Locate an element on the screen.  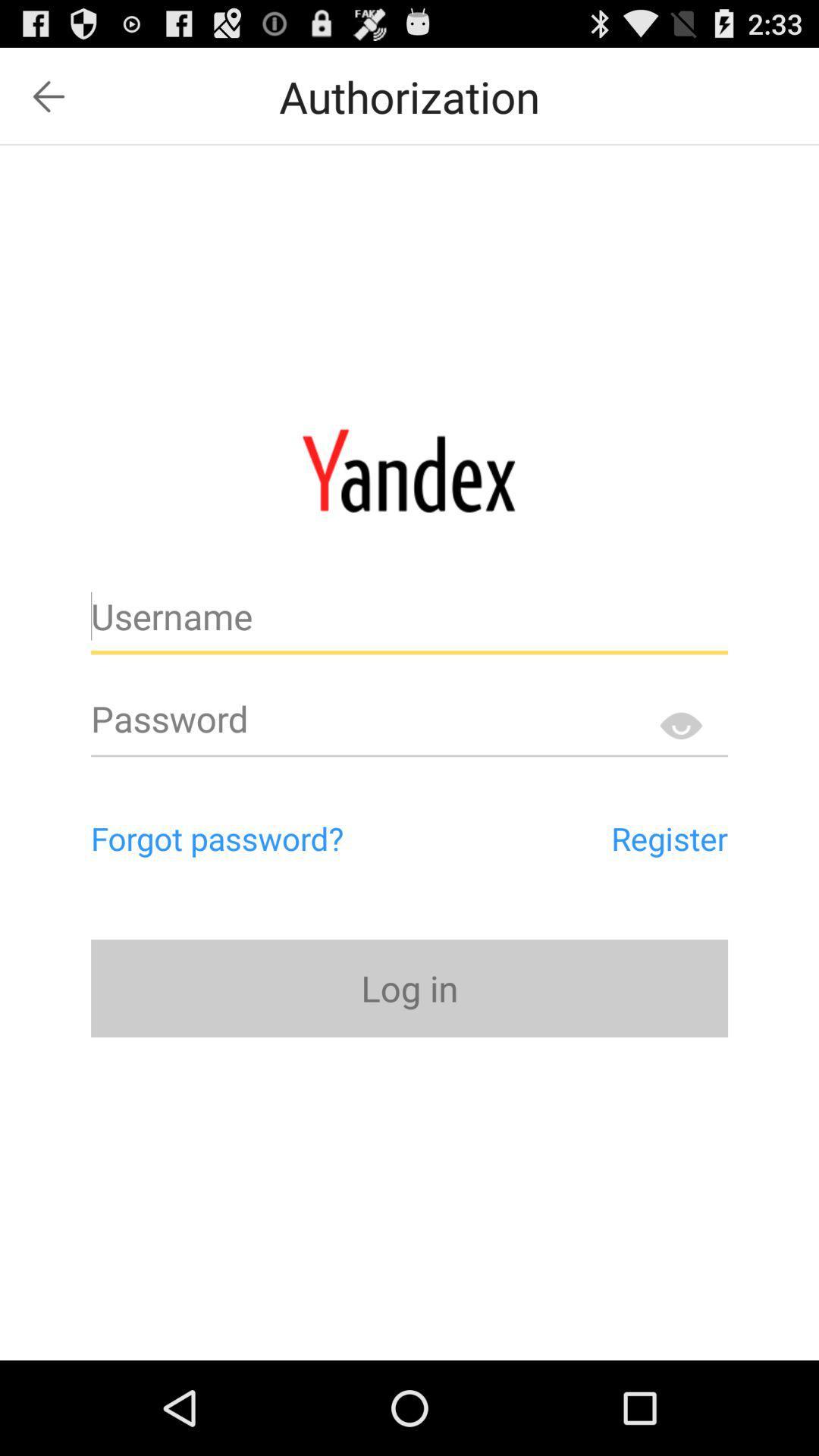
the log in icon is located at coordinates (409, 988).